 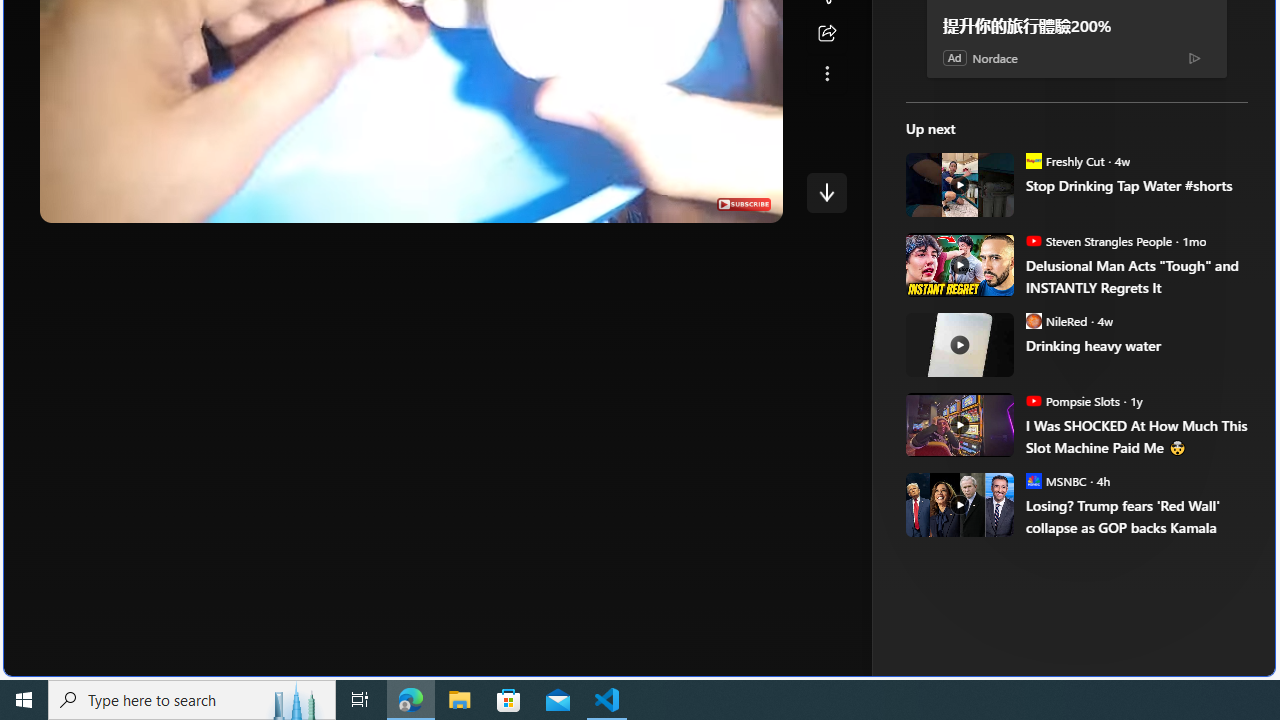 What do you see at coordinates (1055, 480) in the screenshot?
I see `'MSNBC MSNBC'` at bounding box center [1055, 480].